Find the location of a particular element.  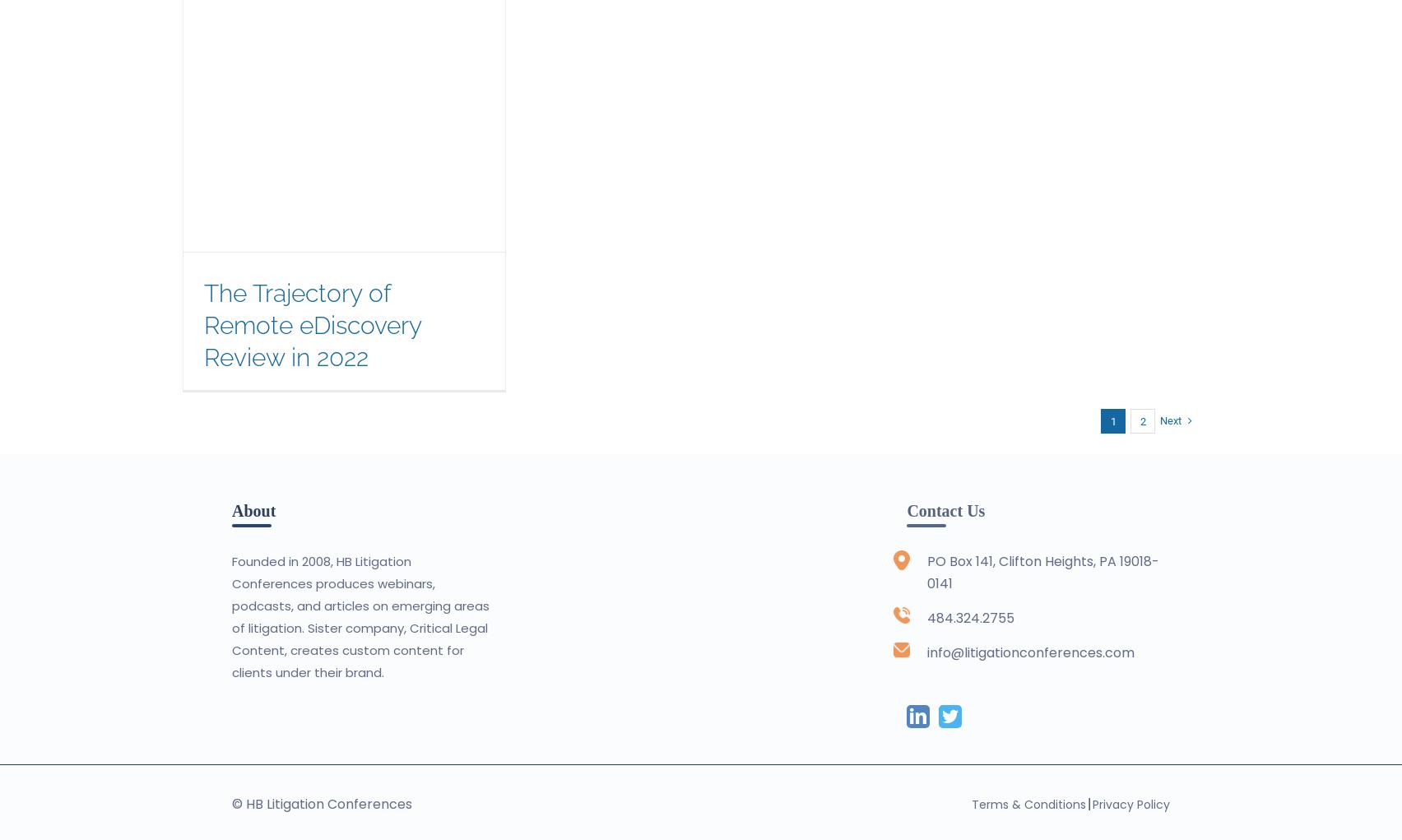

'Privacy Policy' is located at coordinates (1092, 802).